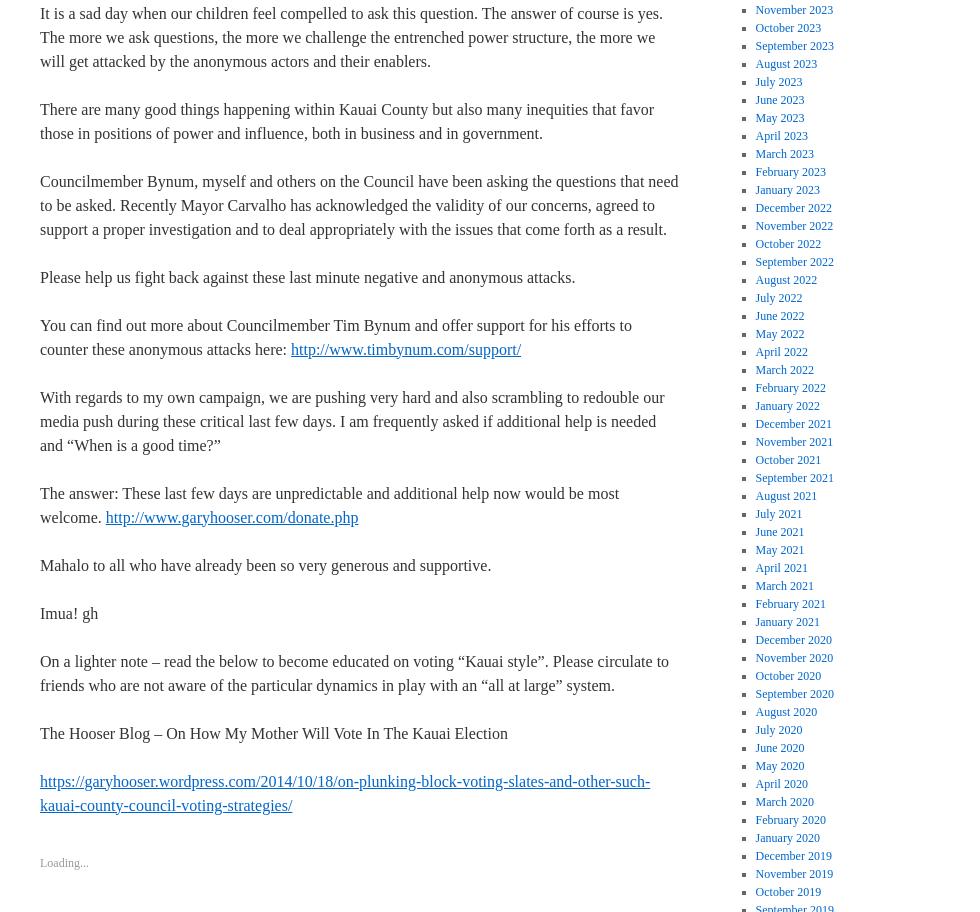 The width and height of the screenshot is (980, 912). I want to click on 'February 2020', so click(754, 817).